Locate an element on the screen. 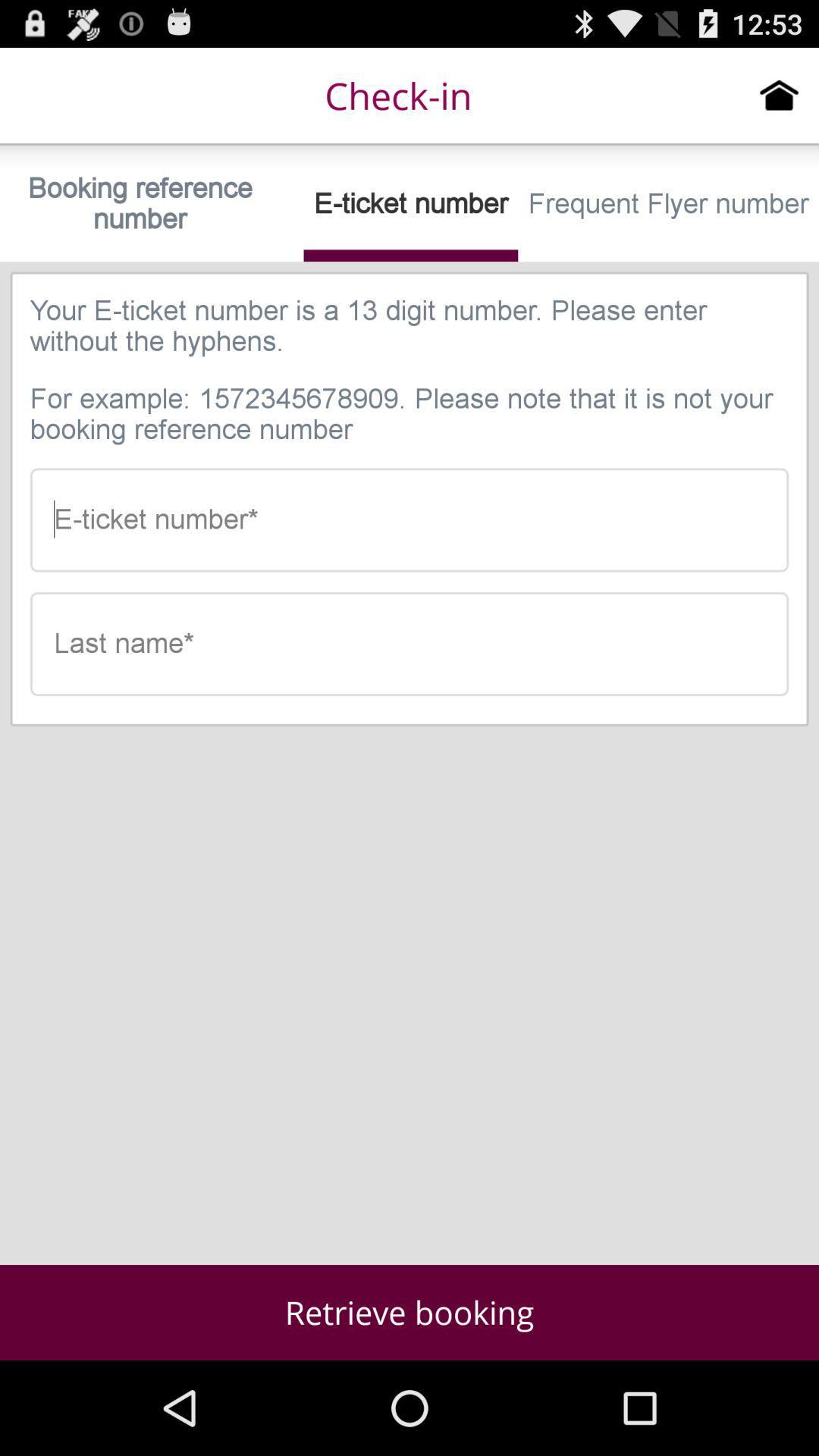 The height and width of the screenshot is (1456, 819). home screen is located at coordinates (779, 94).